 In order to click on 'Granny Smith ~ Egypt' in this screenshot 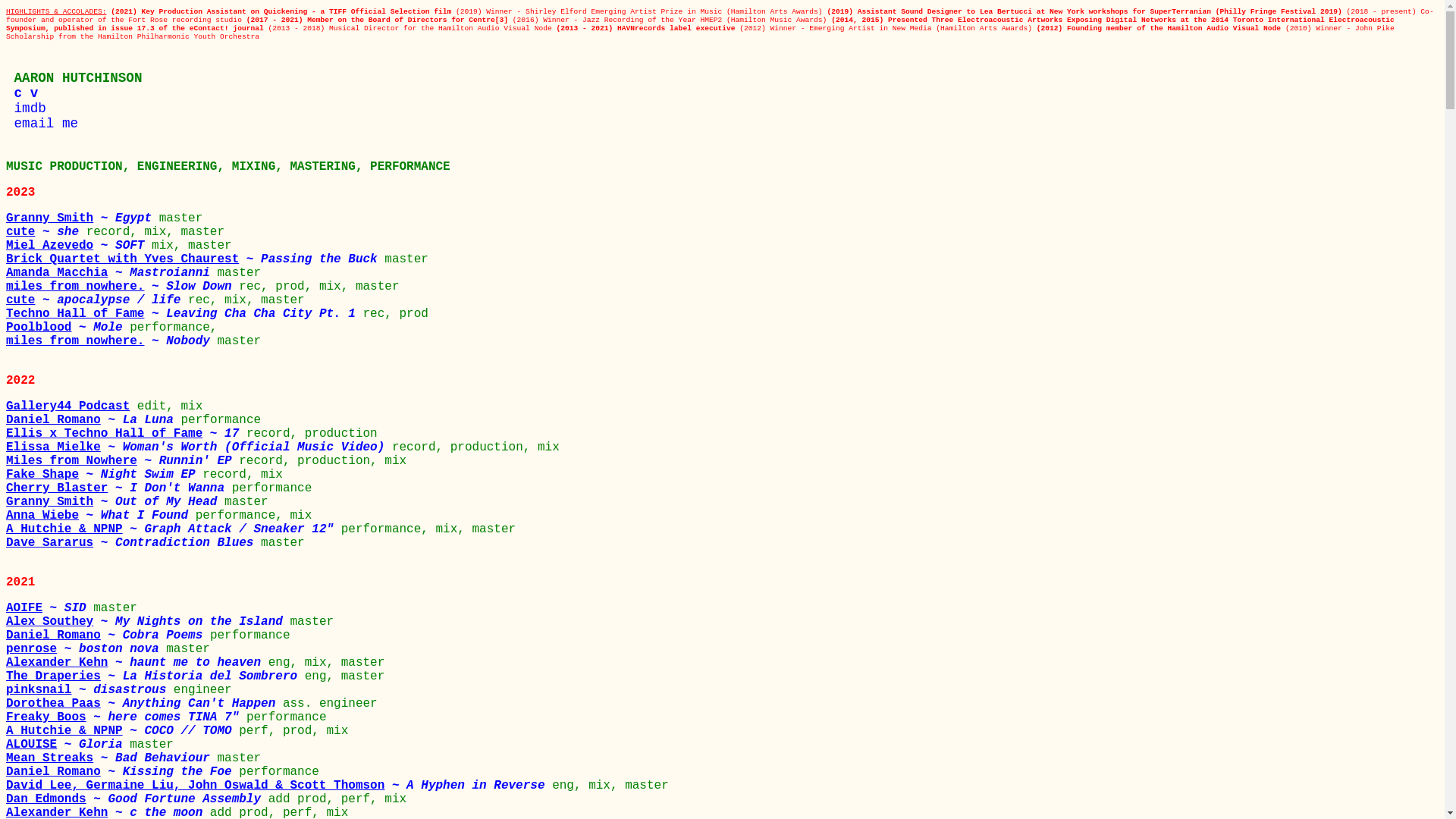, I will do `click(6, 218)`.